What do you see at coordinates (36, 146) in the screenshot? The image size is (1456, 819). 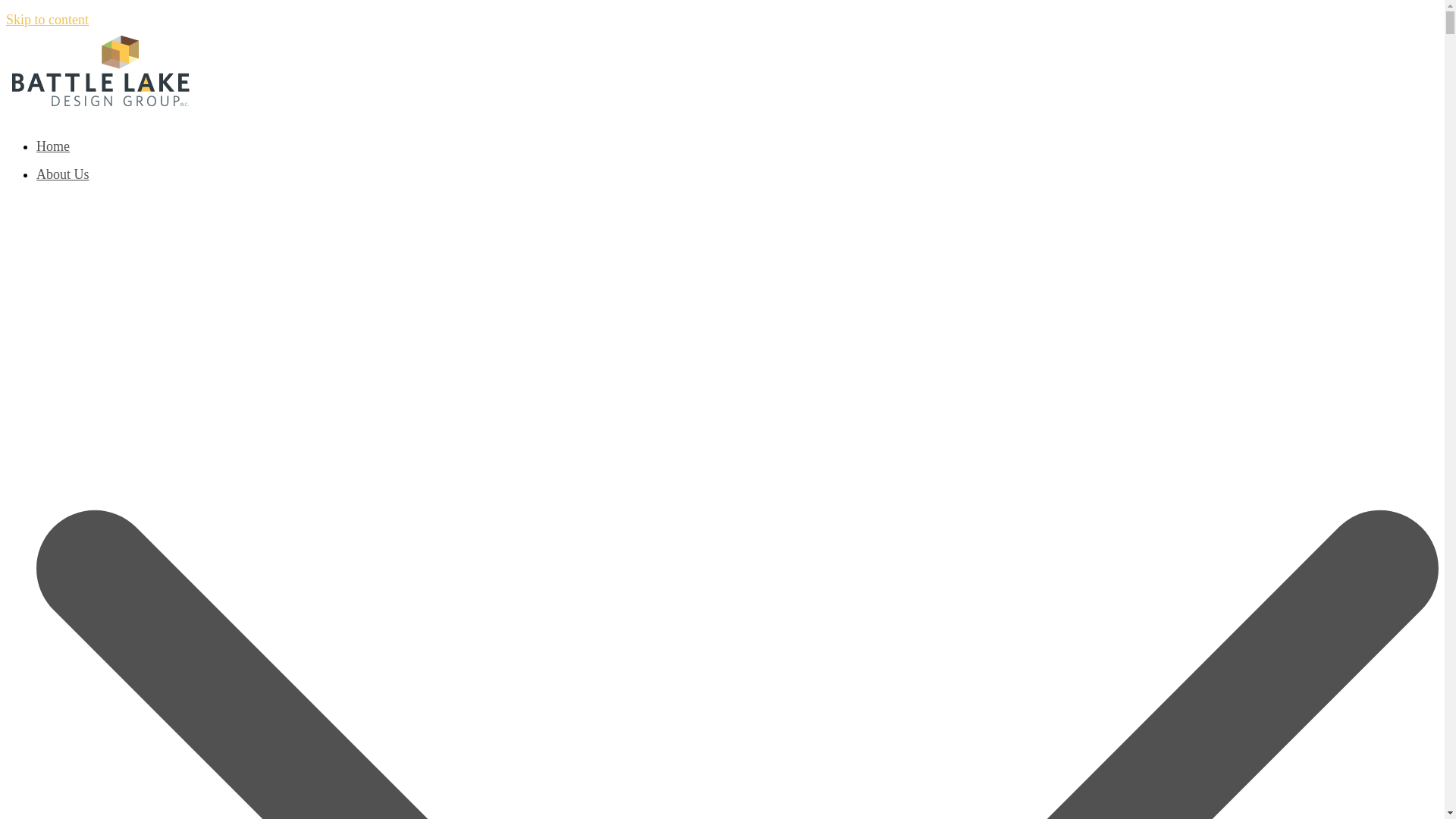 I see `'Home'` at bounding box center [36, 146].